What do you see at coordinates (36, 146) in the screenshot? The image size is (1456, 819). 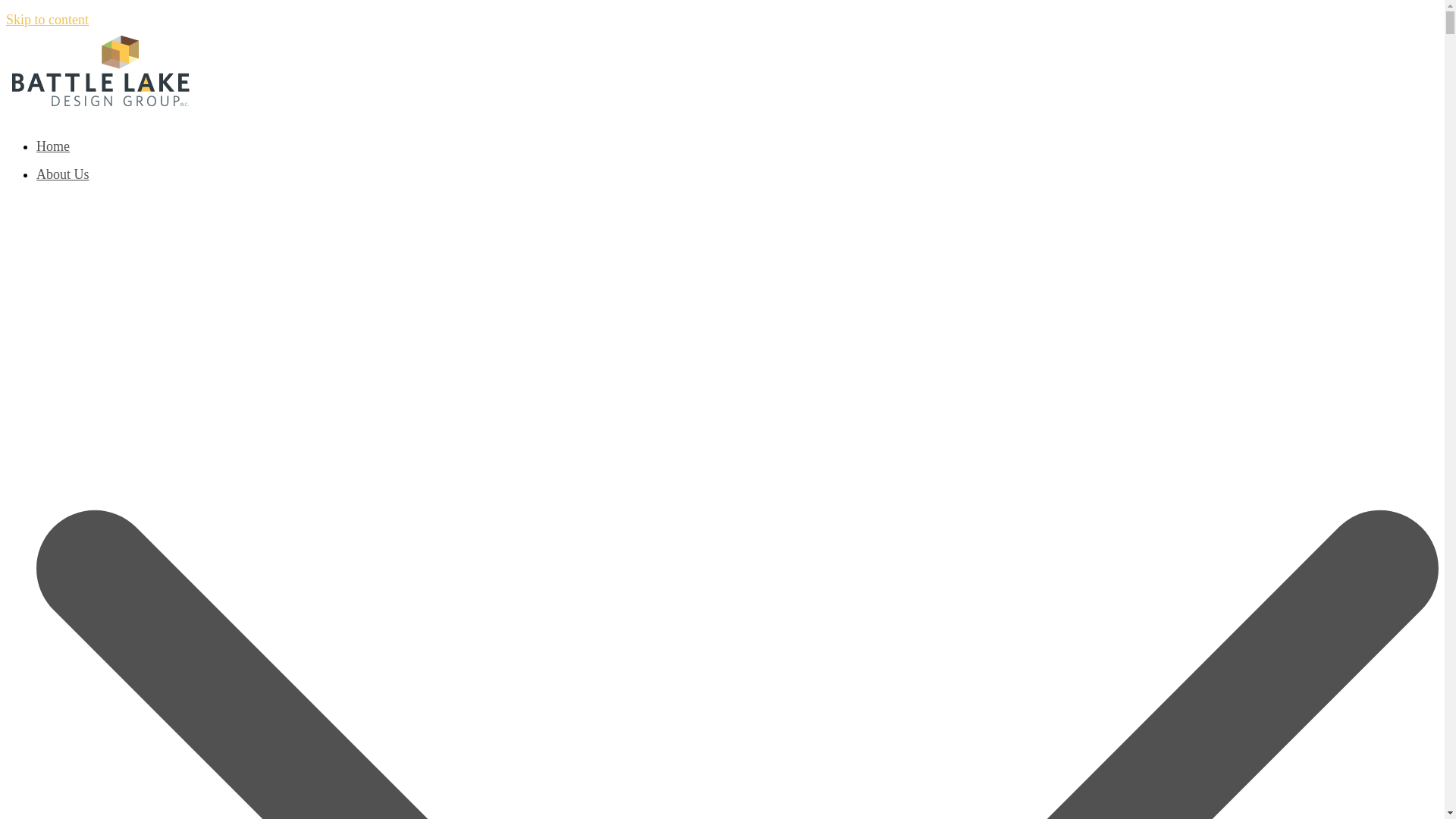 I see `'Home'` at bounding box center [36, 146].